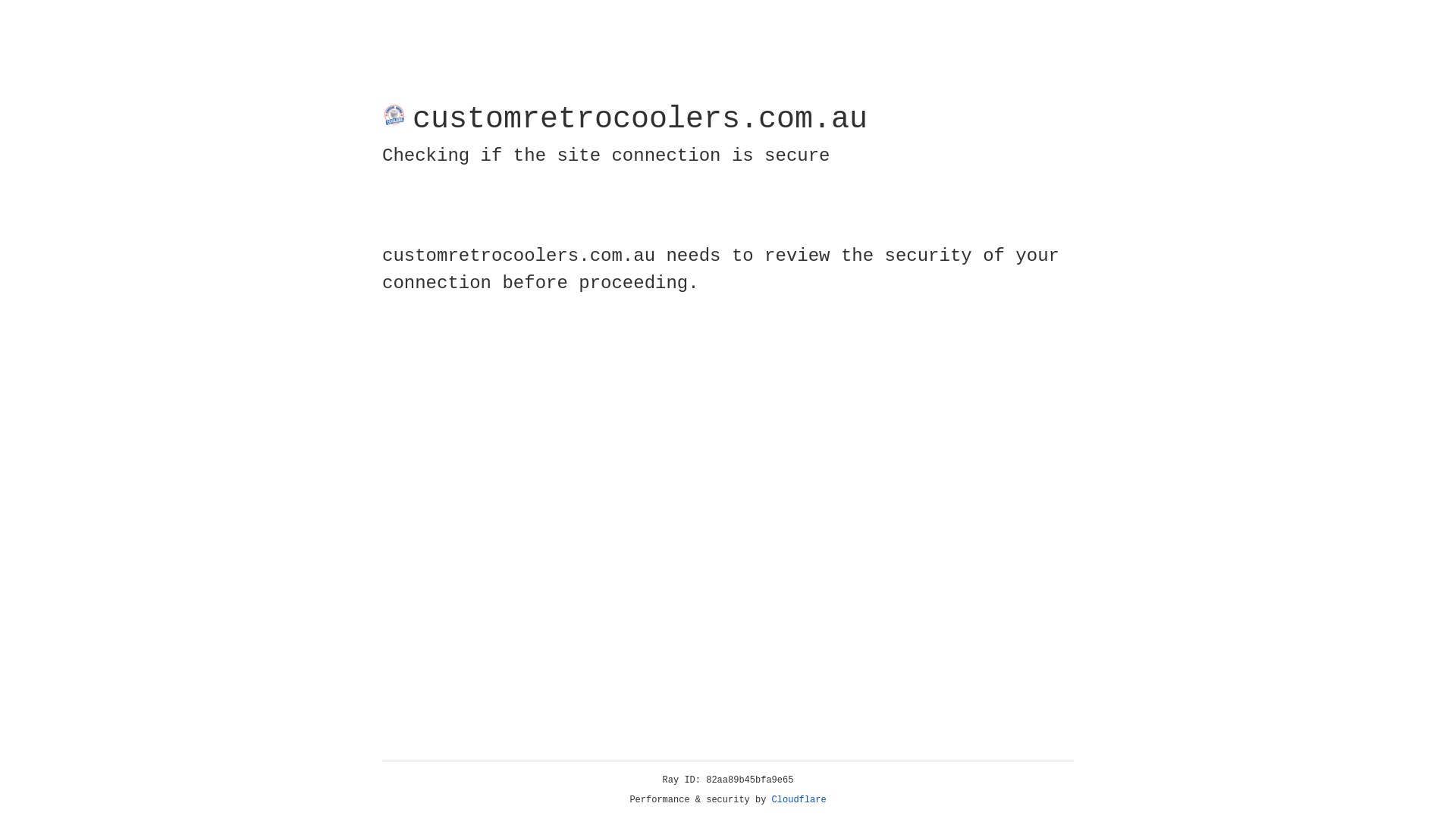  I want to click on 'Cloudflare', so click(771, 799).